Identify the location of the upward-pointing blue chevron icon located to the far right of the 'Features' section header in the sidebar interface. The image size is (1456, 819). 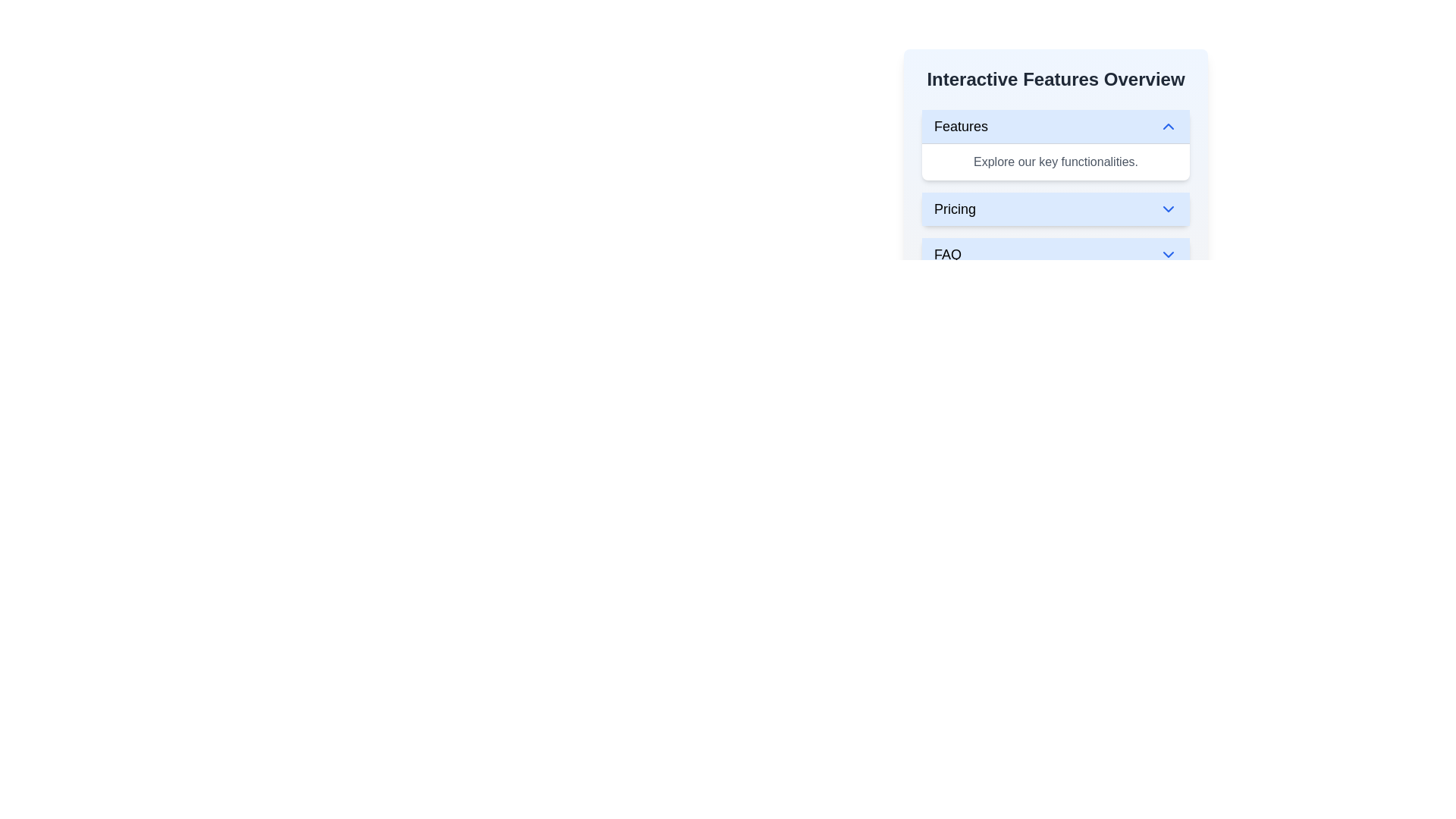
(1167, 125).